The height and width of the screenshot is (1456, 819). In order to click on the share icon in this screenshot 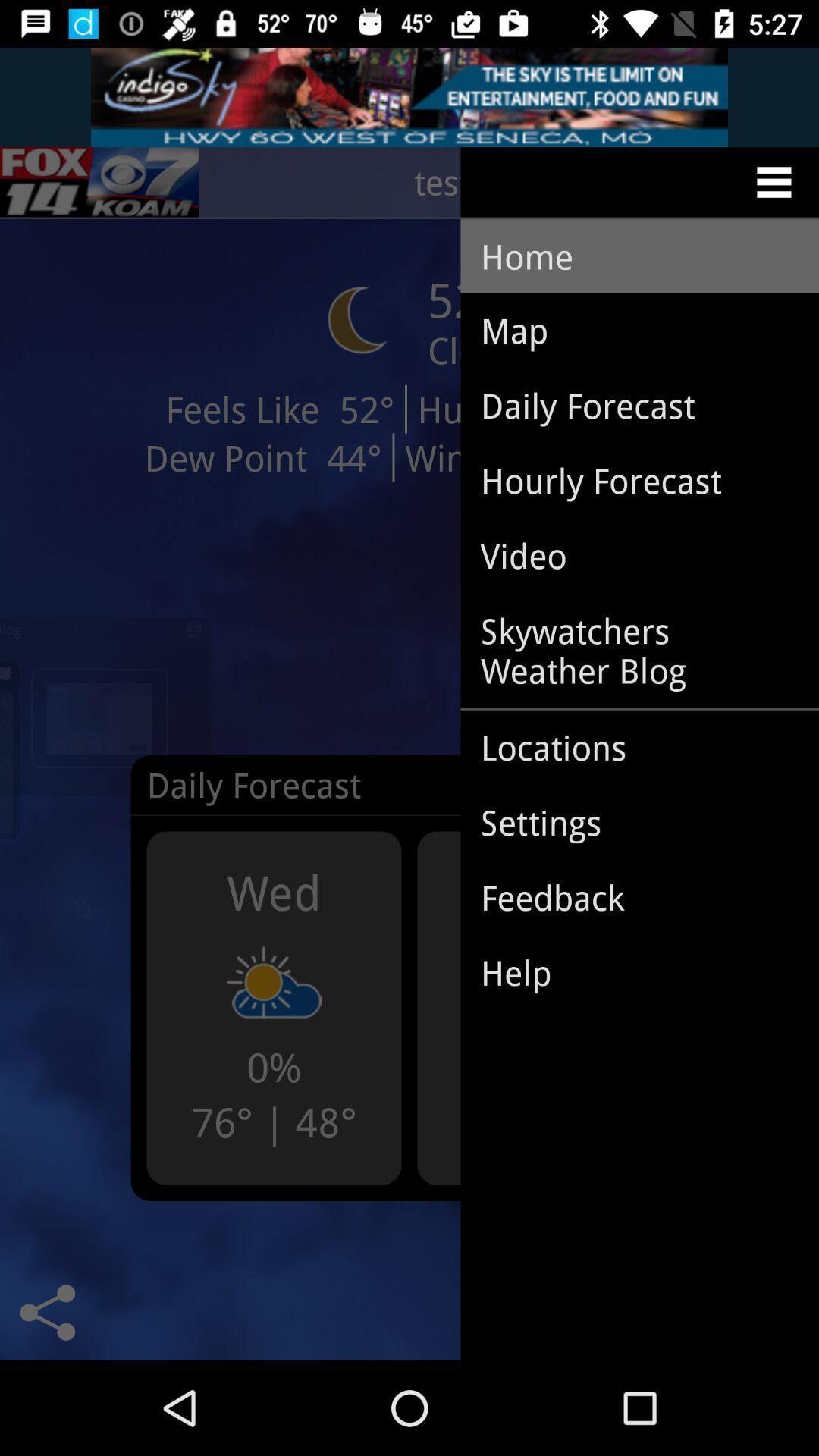, I will do `click(46, 1312)`.